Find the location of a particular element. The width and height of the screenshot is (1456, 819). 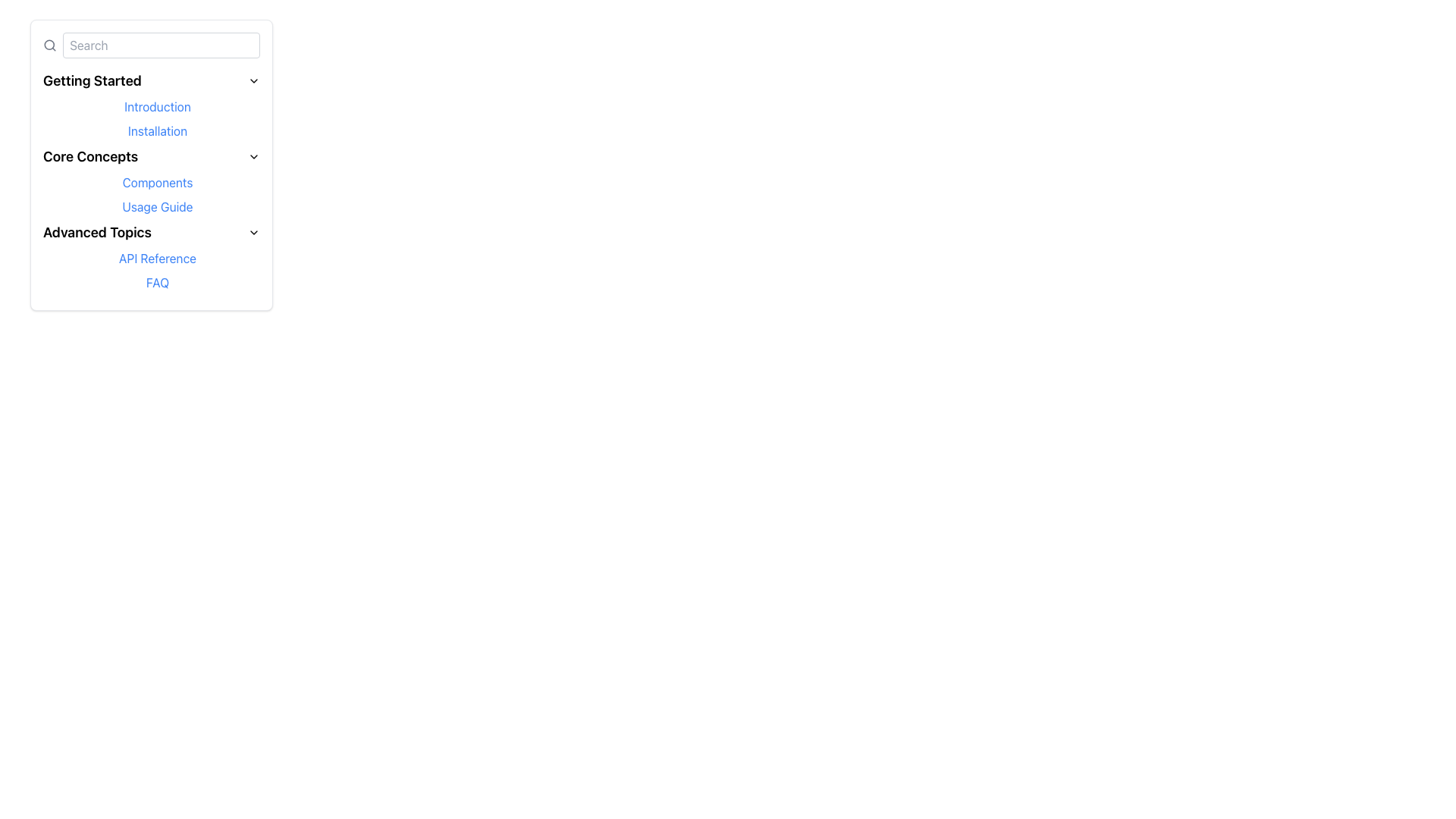

the hyperlink in the 'Getting Started' section is located at coordinates (157, 130).